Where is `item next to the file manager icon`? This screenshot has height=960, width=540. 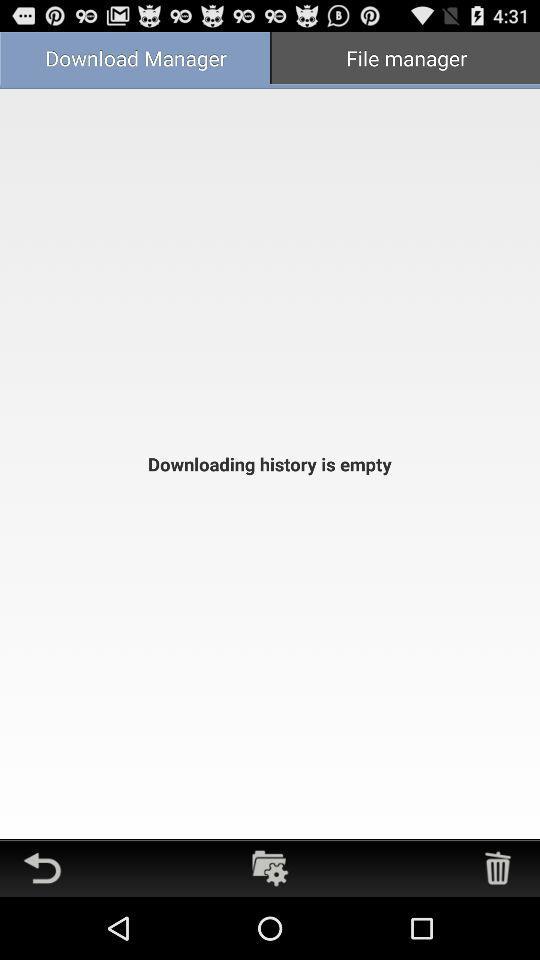 item next to the file manager icon is located at coordinates (135, 59).